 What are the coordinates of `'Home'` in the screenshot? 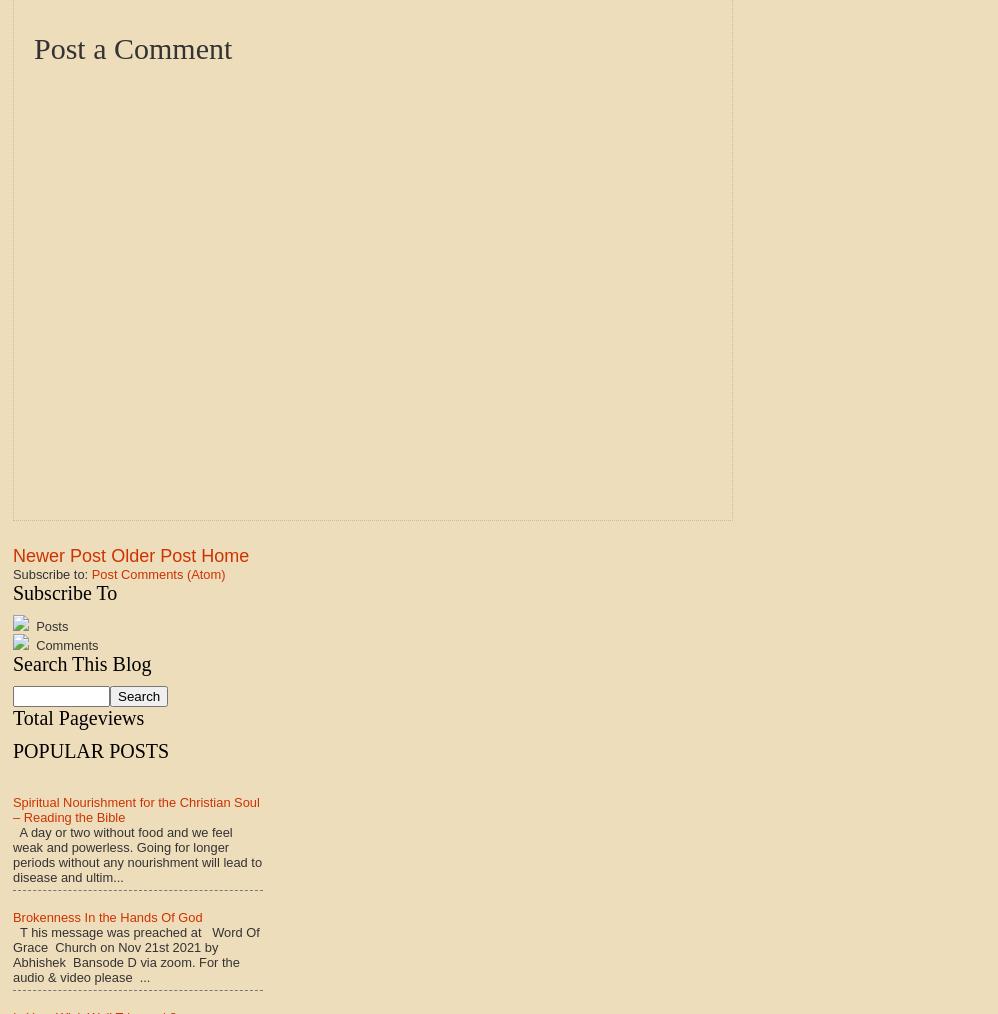 It's located at (225, 553).